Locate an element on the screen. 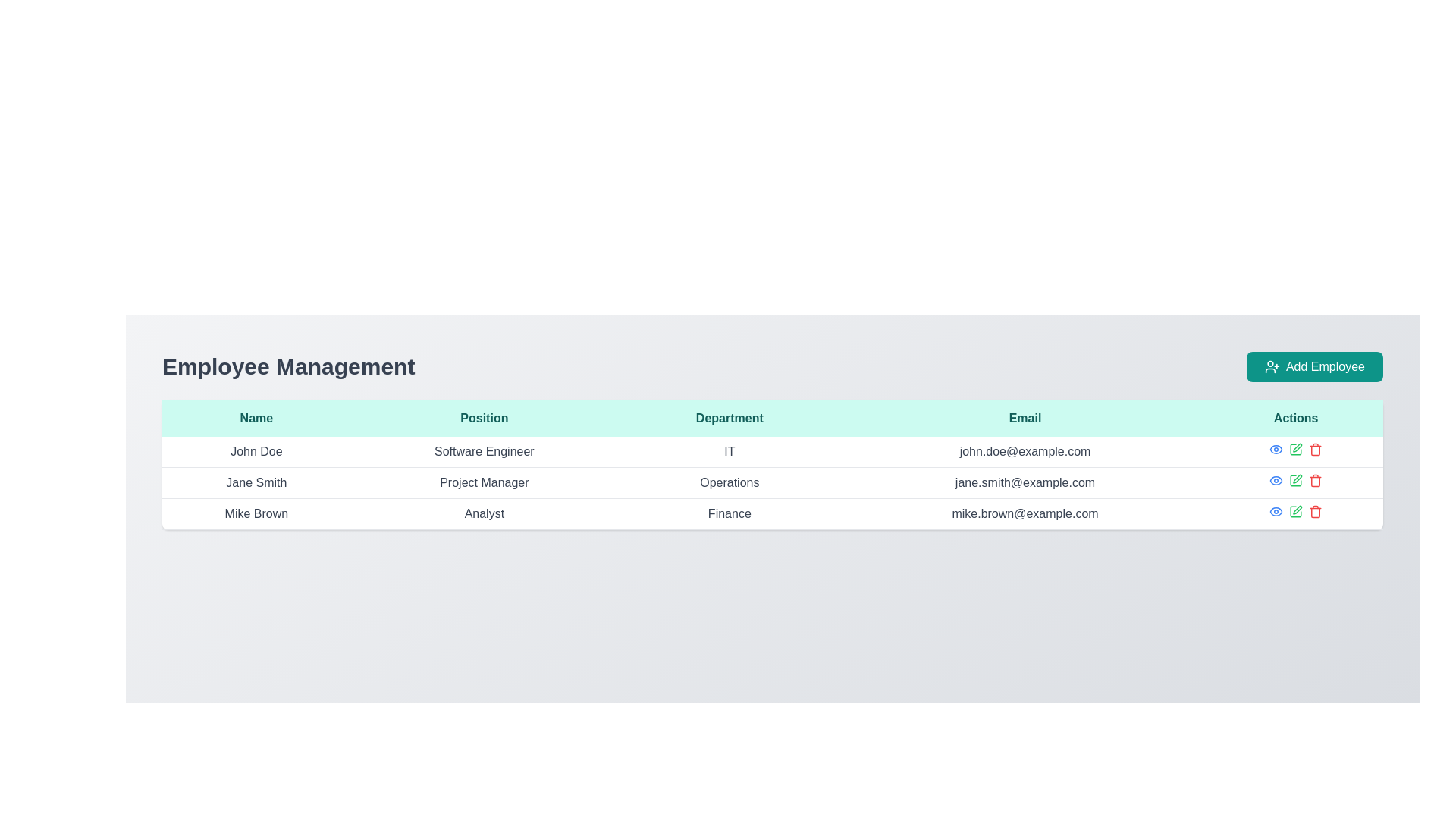 This screenshot has height=819, width=1456. the Text label displaying the email address in the second row of the table under the 'Email' column header, which is positioned to the right of 'Operations' and to the left of the interactive action buttons is located at coordinates (1025, 482).